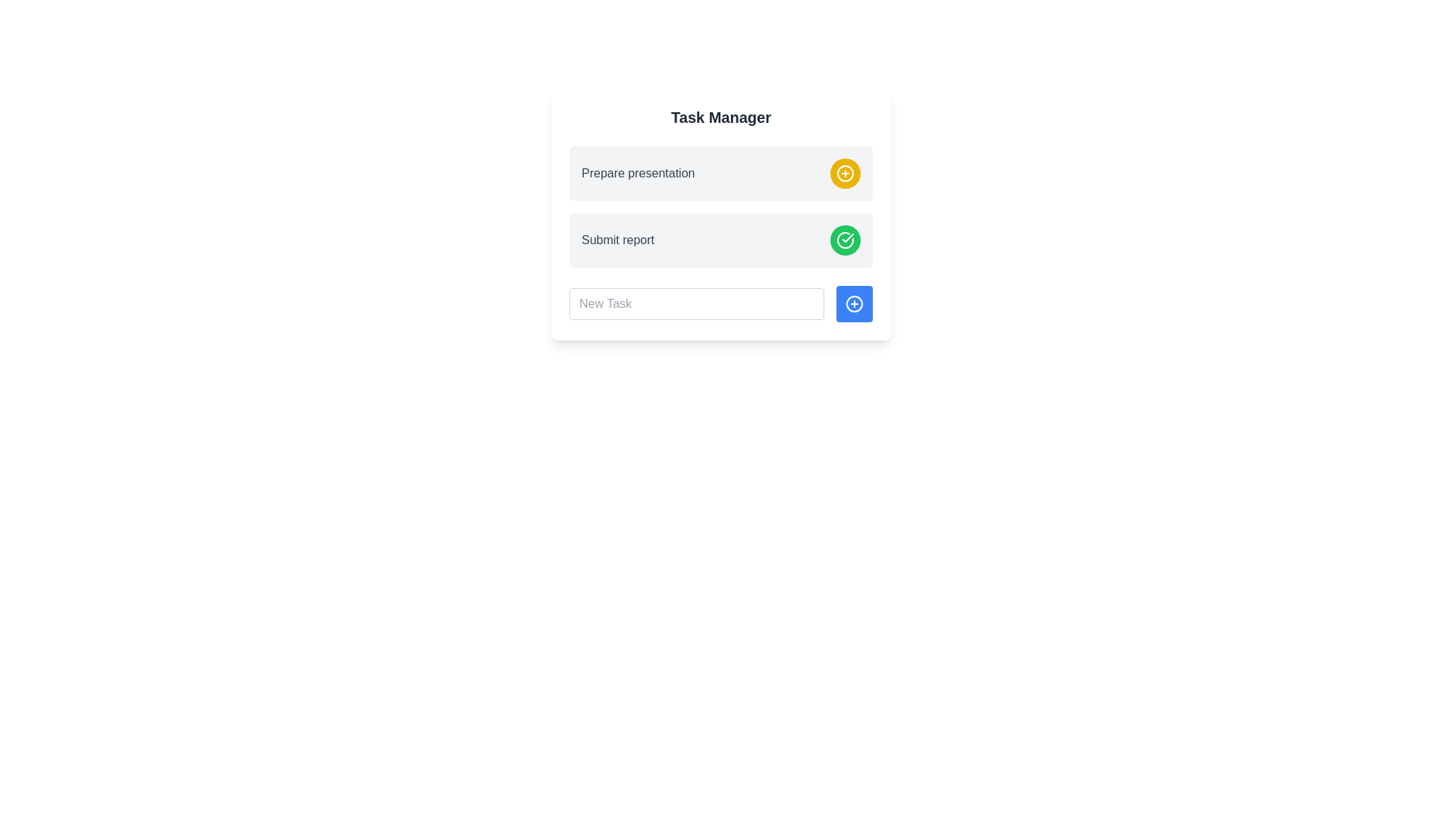 This screenshot has height=819, width=1456. What do you see at coordinates (844, 239) in the screenshot?
I see `the circular icon with a green background and white checkmark located to the right of the text 'Submit report' in the second row of task items` at bounding box center [844, 239].